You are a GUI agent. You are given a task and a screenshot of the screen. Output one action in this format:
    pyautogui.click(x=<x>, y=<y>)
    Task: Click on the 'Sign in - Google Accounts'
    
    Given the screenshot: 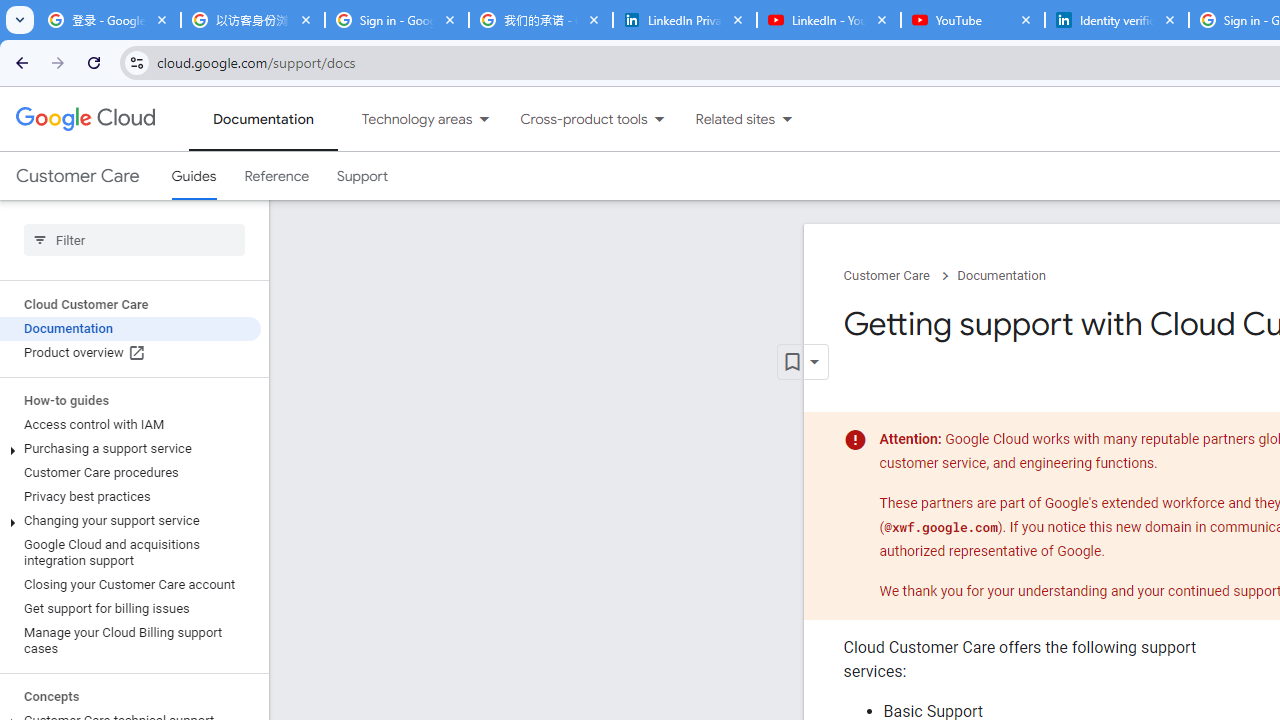 What is the action you would take?
    pyautogui.click(x=396, y=20)
    